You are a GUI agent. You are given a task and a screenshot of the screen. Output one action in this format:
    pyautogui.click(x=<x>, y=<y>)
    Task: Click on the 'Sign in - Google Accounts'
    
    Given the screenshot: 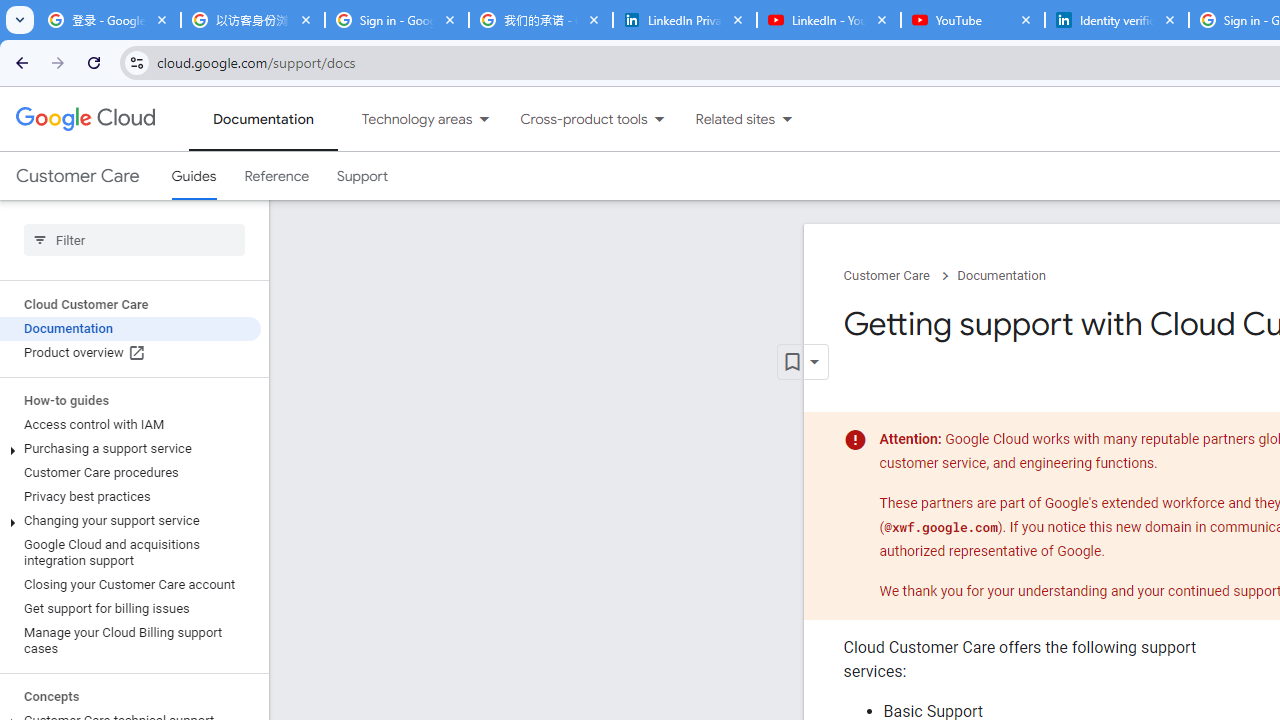 What is the action you would take?
    pyautogui.click(x=396, y=20)
    